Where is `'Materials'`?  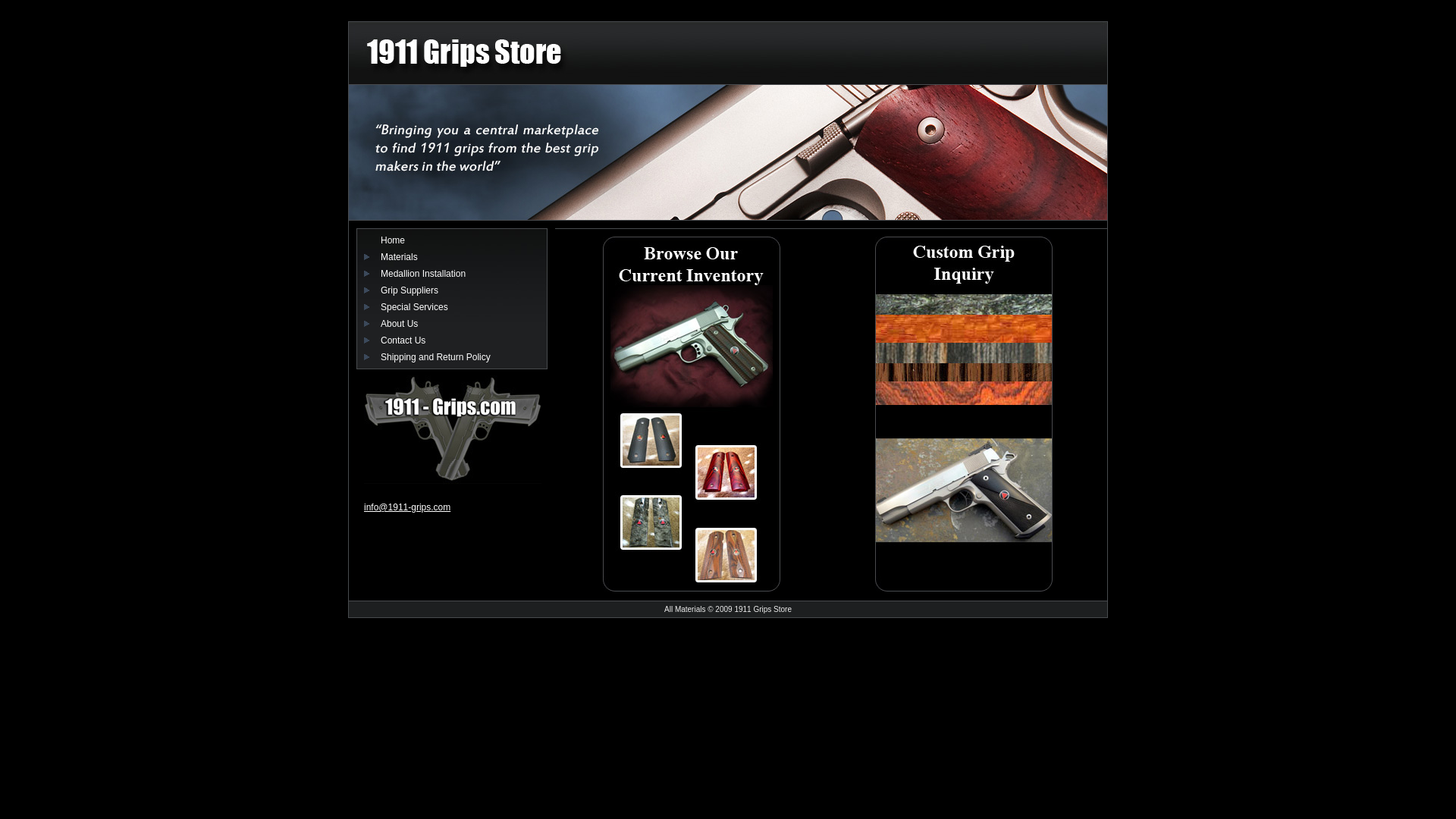 'Materials' is located at coordinates (381, 256).